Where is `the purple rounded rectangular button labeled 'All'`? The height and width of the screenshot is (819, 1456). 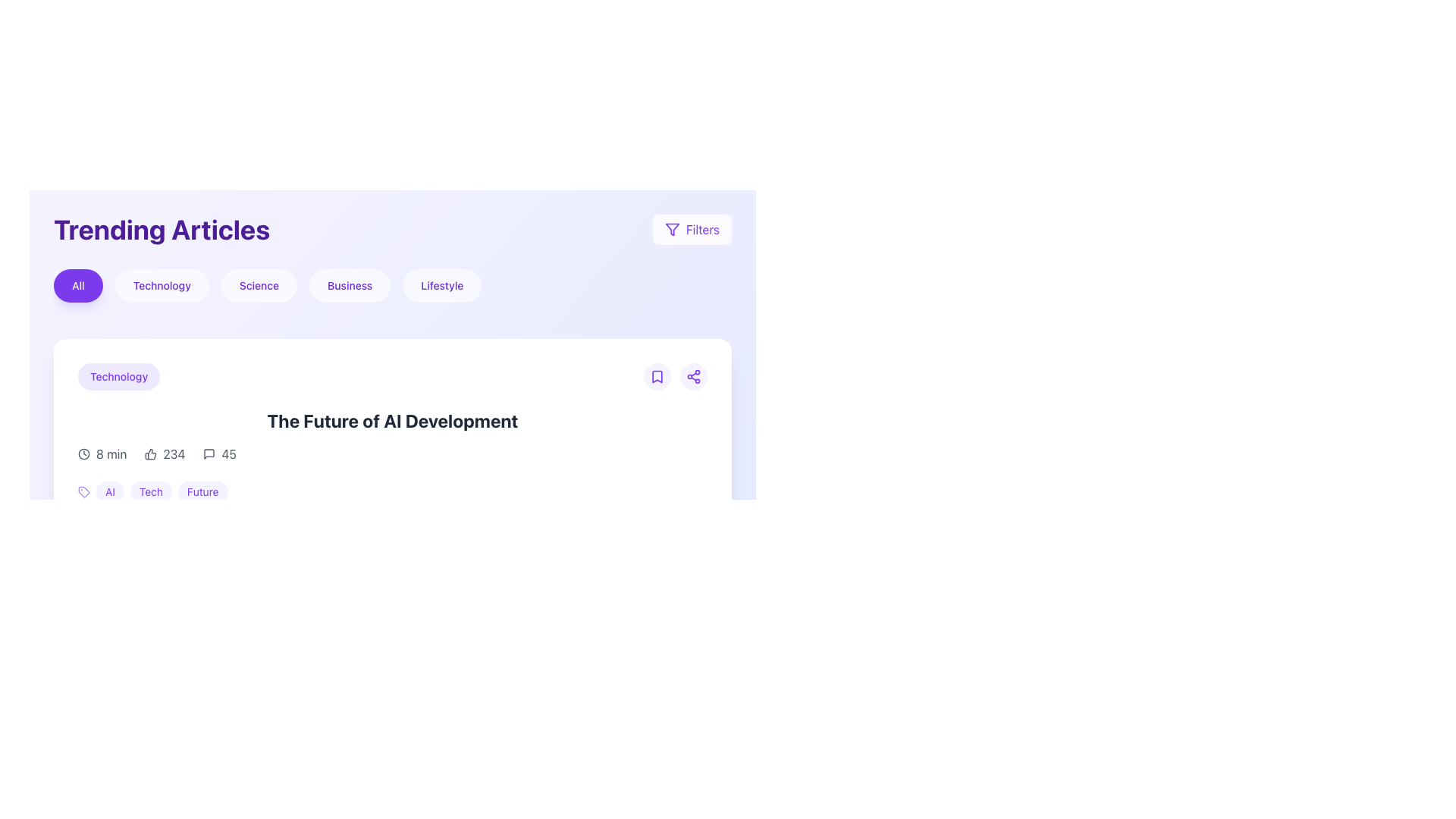 the purple rounded rectangular button labeled 'All' is located at coordinates (77, 286).